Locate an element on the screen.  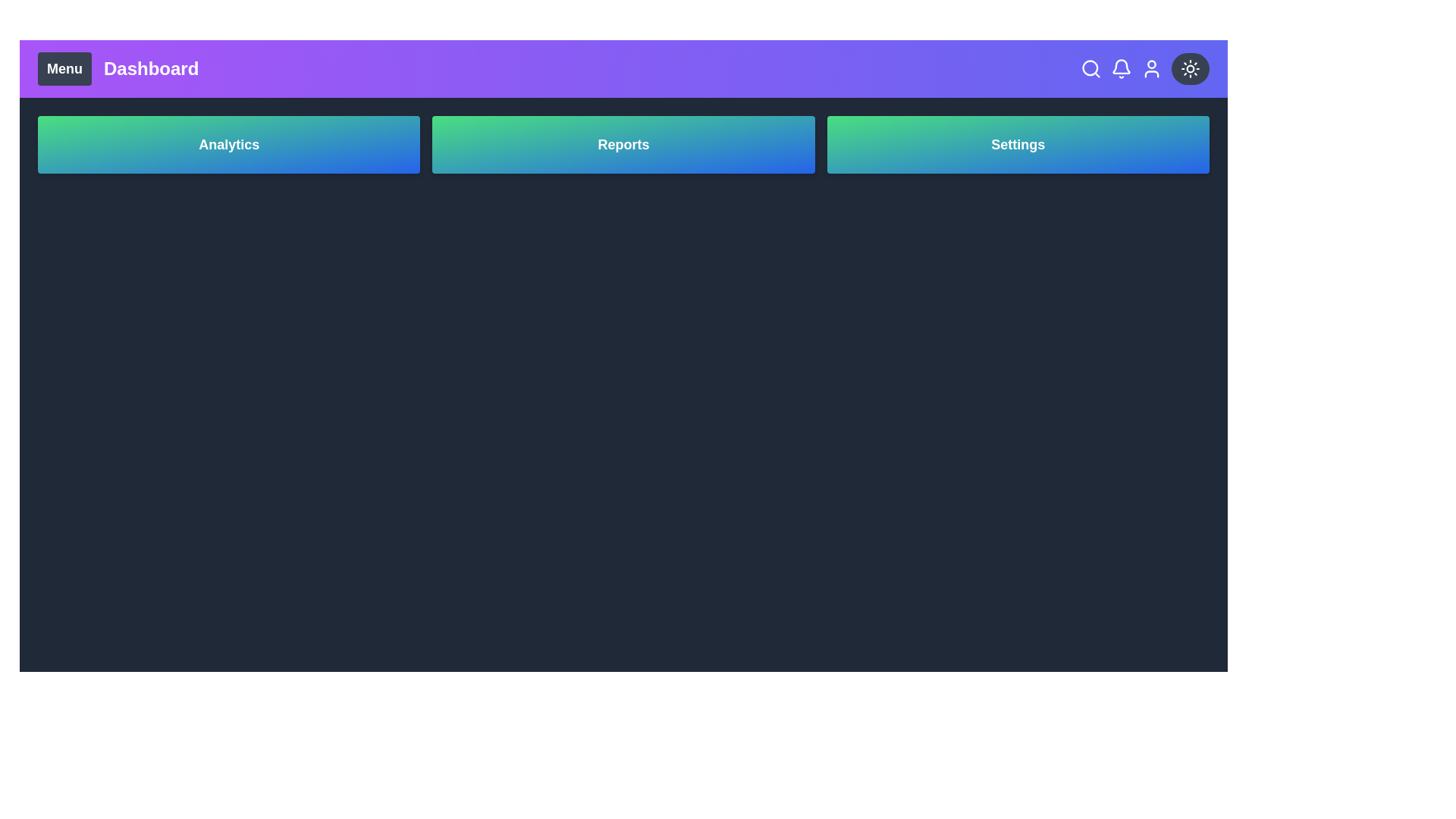
the menu button to toggle the menu is located at coordinates (64, 69).